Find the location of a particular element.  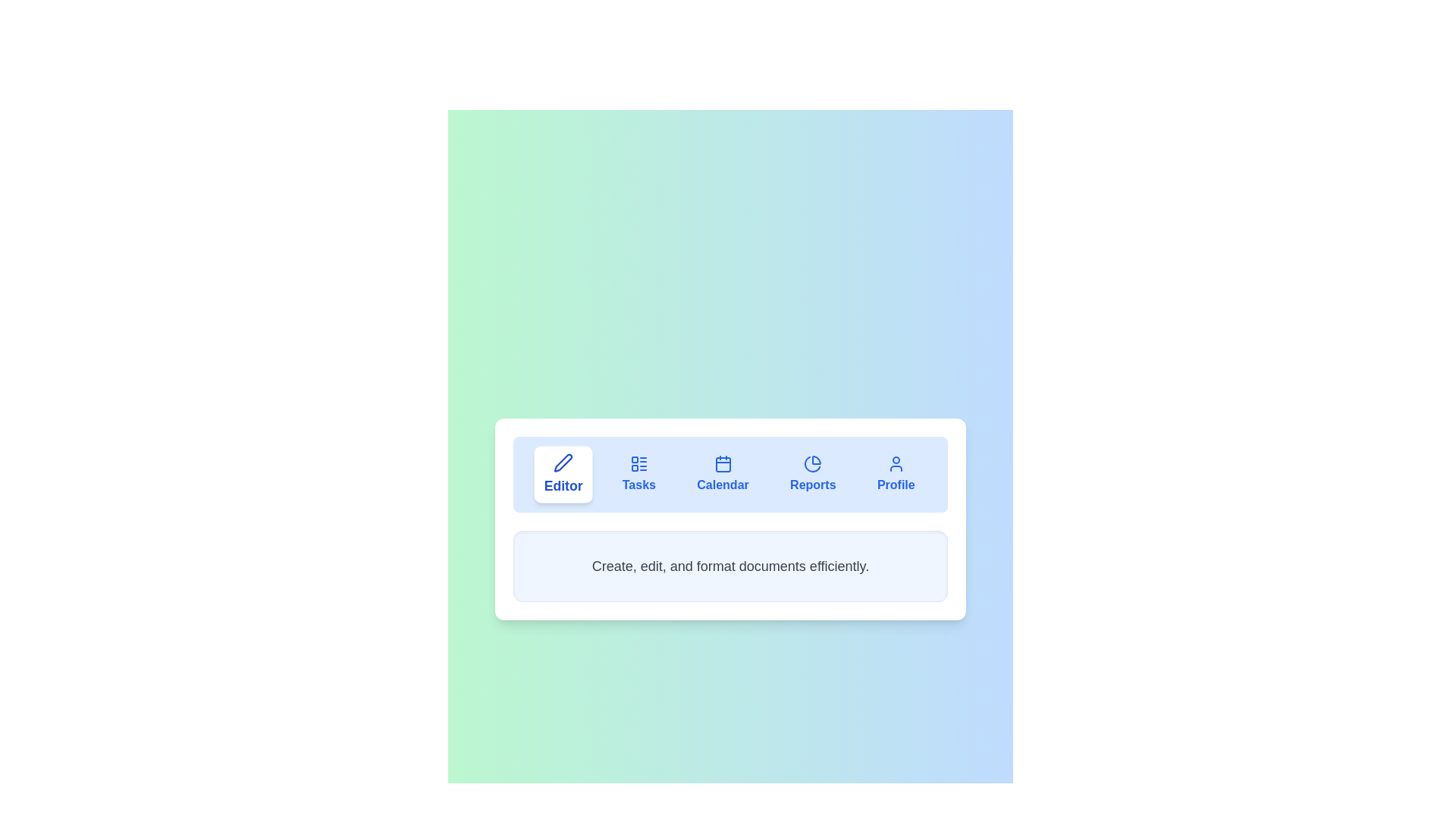

the Calendar tab by clicking on its navigation button is located at coordinates (722, 473).